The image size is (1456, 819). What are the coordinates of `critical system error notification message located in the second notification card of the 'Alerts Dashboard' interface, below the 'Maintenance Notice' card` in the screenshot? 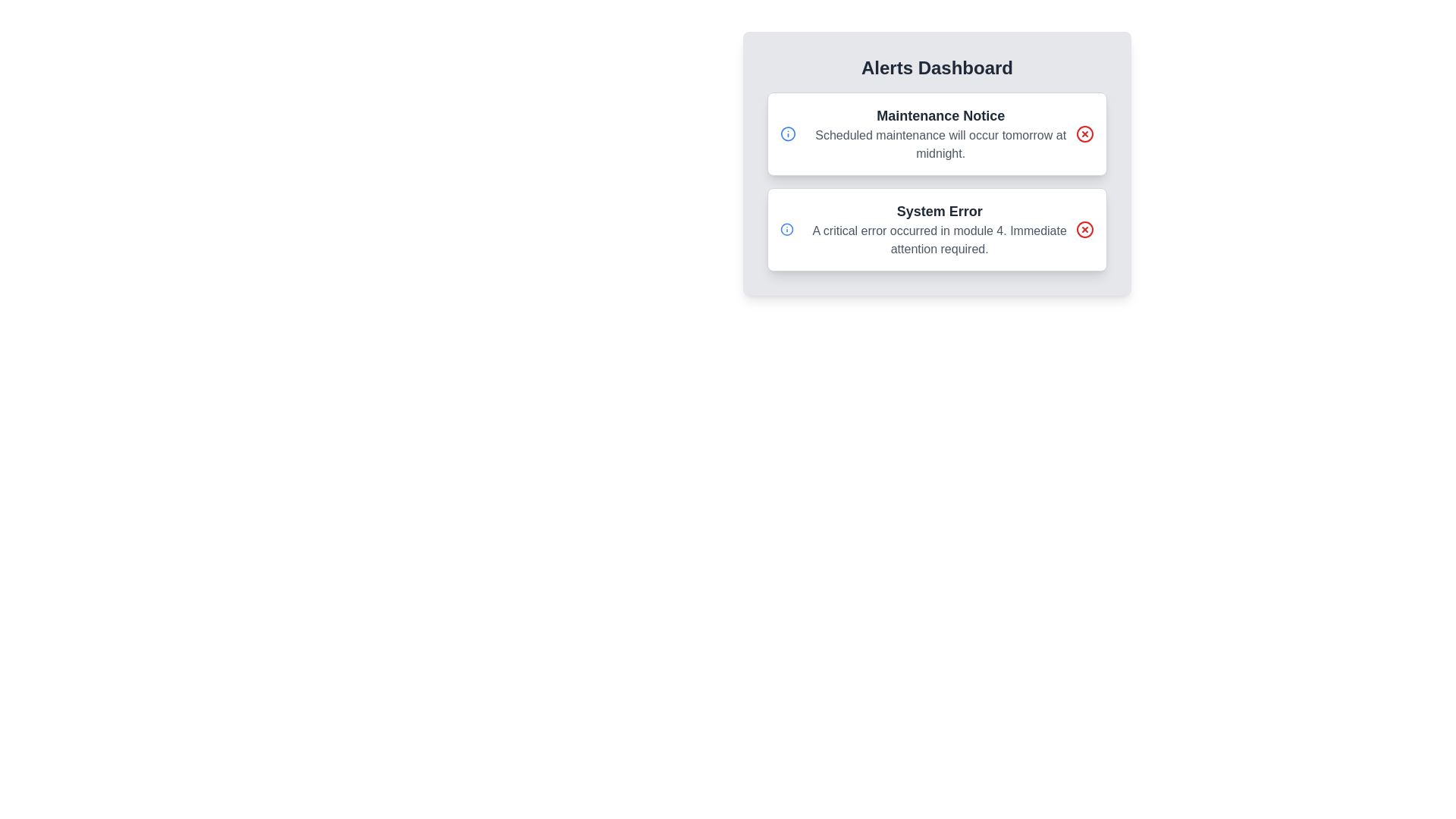 It's located at (939, 230).